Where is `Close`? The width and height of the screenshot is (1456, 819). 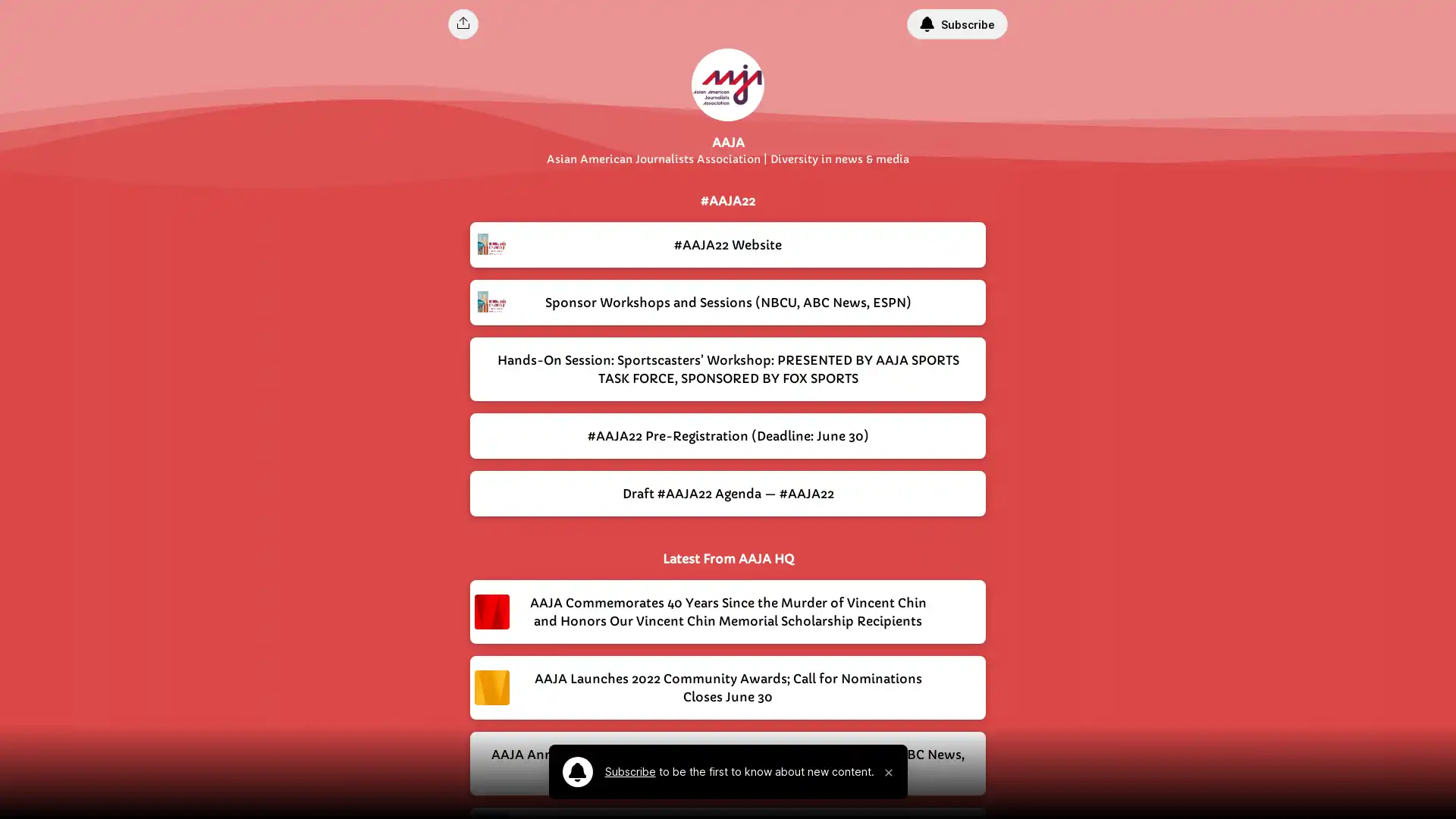 Close is located at coordinates (1430, 783).